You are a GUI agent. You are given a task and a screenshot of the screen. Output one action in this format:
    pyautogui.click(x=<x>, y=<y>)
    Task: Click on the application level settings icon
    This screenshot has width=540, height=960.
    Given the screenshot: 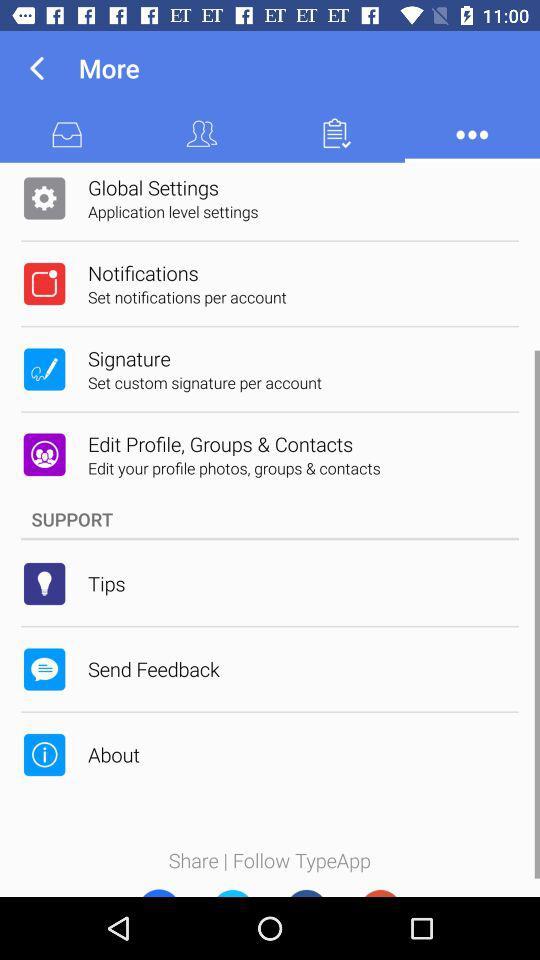 What is the action you would take?
    pyautogui.click(x=173, y=211)
    